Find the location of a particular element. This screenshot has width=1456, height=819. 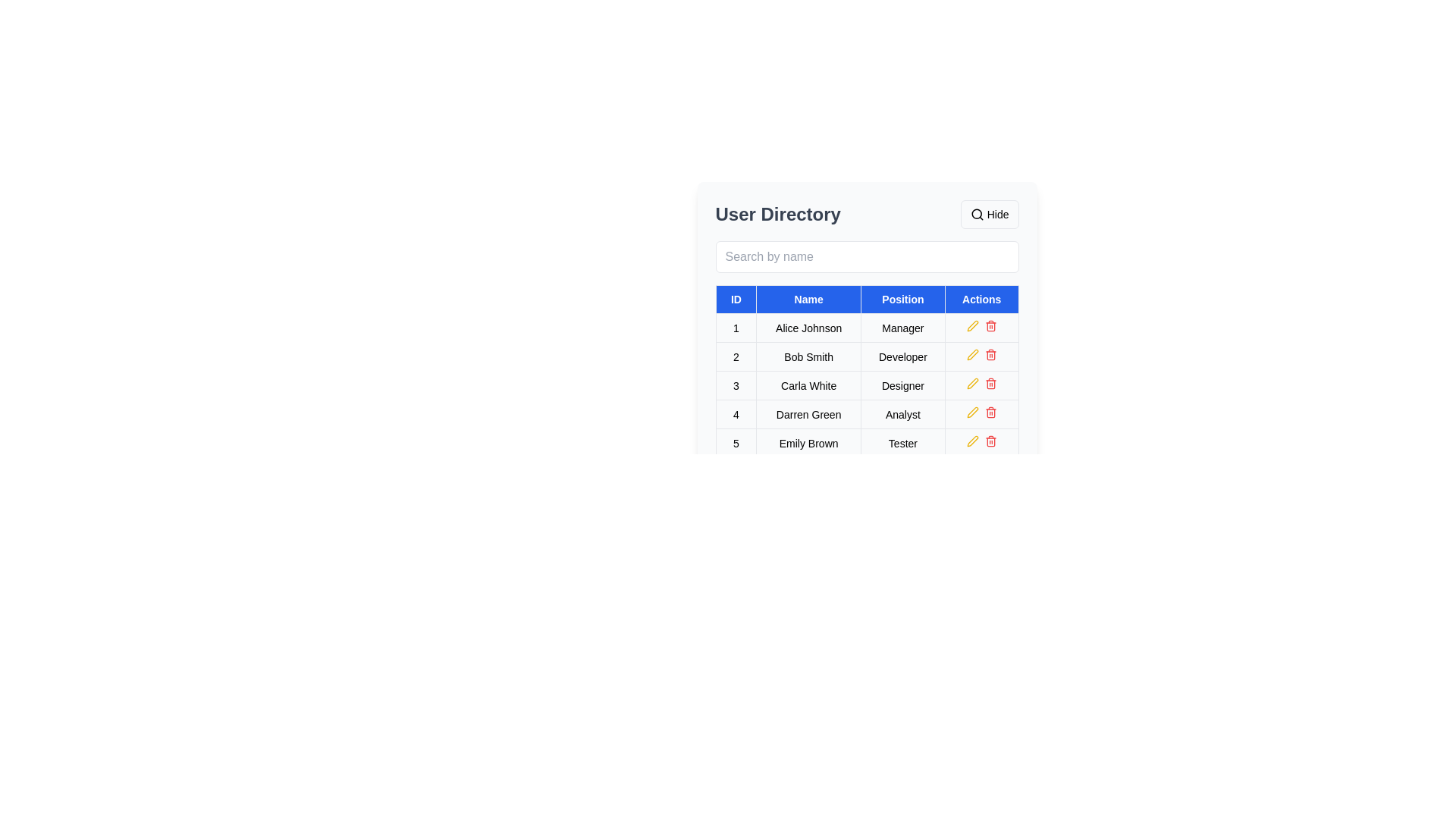

the text label that signifies the unique identifier '5' for the respective row entry, located in the first column of the last row in a table-like layout, preceding the text 'Emily Brown' is located at coordinates (736, 443).